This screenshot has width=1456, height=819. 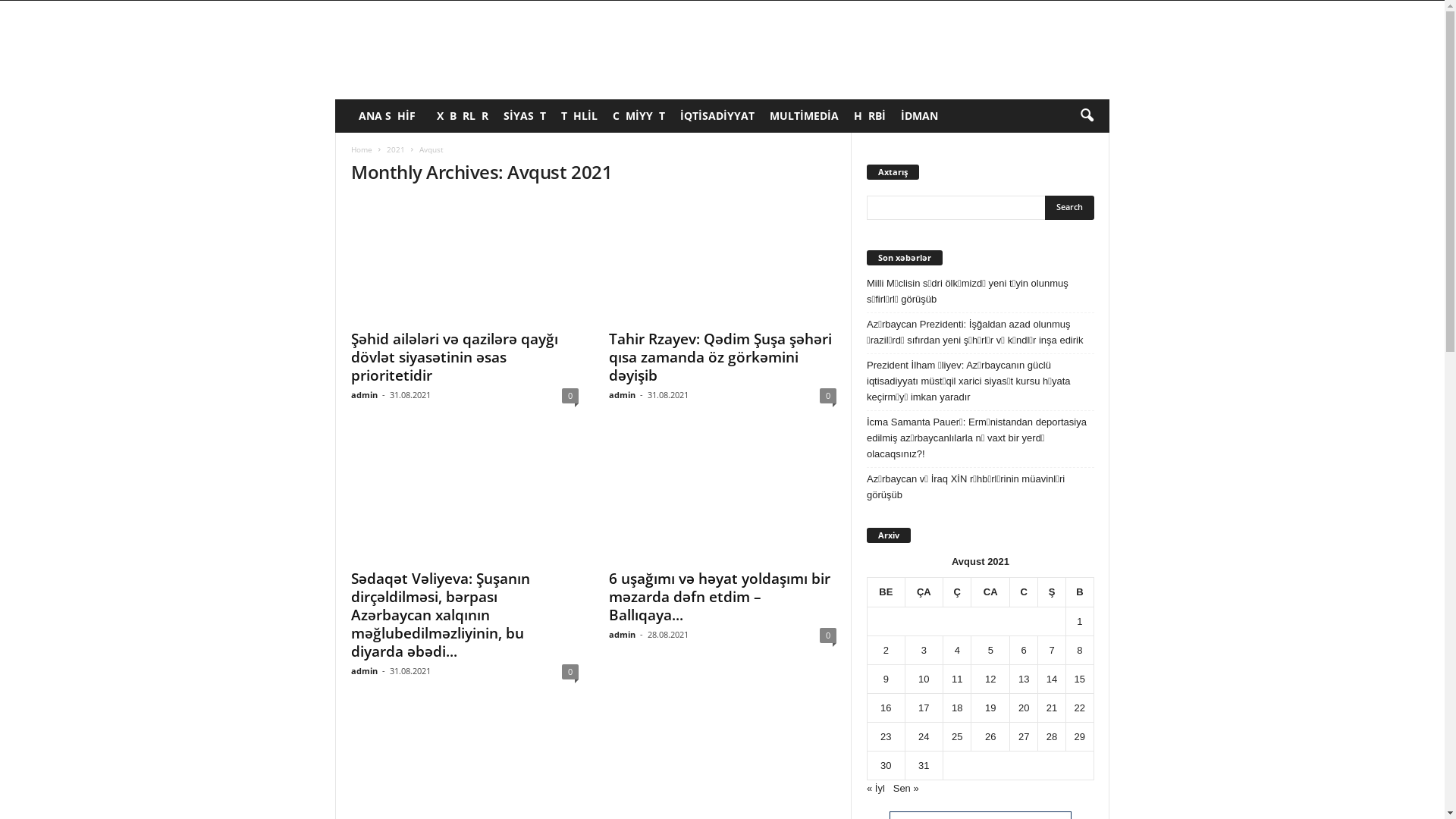 What do you see at coordinates (1078, 621) in the screenshot?
I see `'1'` at bounding box center [1078, 621].